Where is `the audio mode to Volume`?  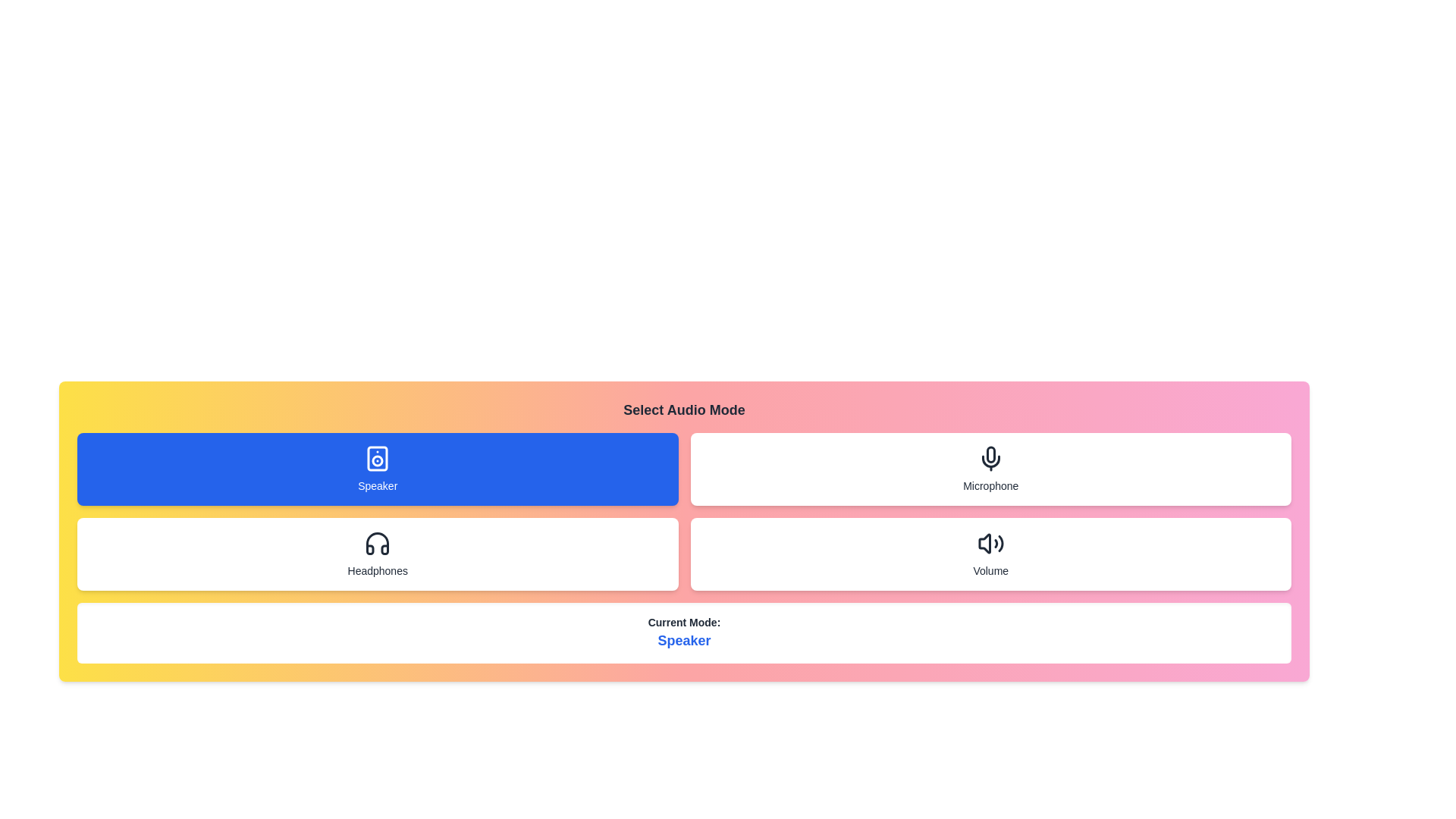
the audio mode to Volume is located at coordinates (990, 554).